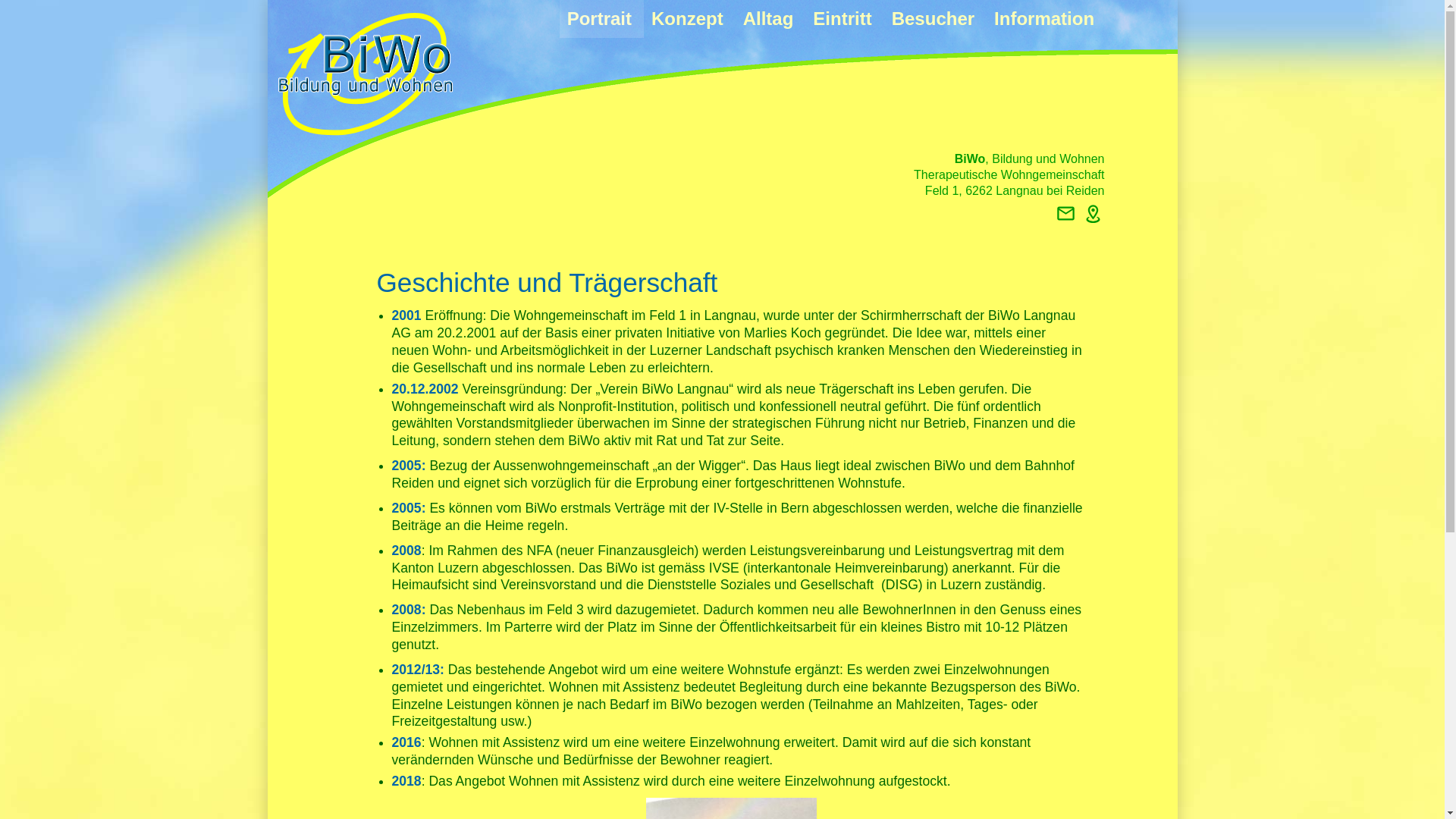  I want to click on 'Besucher', so click(934, 18).